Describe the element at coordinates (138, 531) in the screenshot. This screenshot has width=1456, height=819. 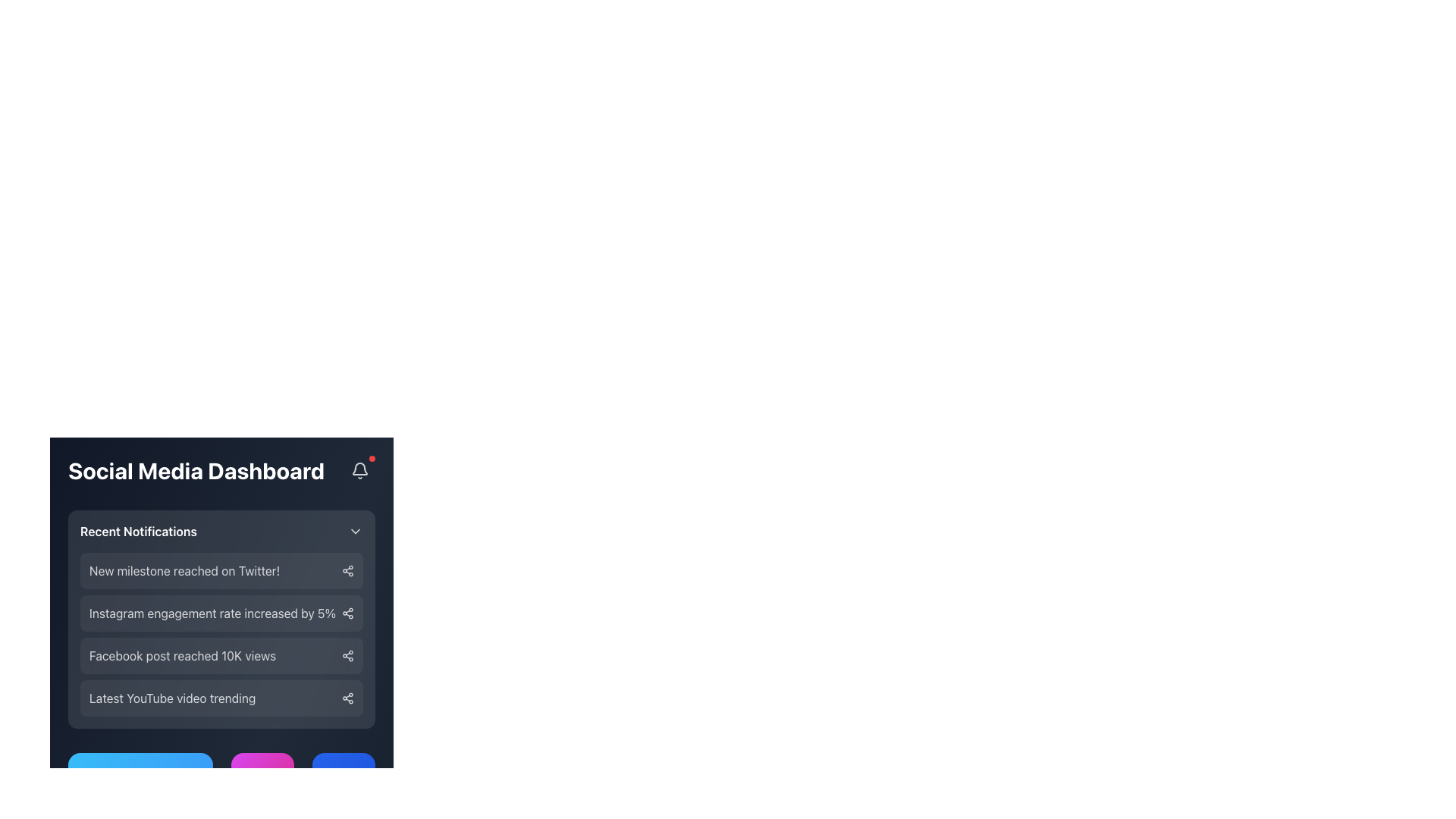
I see `the static text element that serves as the header for the notifications section, located at the upper section of the notifications area on the dashboard` at that location.